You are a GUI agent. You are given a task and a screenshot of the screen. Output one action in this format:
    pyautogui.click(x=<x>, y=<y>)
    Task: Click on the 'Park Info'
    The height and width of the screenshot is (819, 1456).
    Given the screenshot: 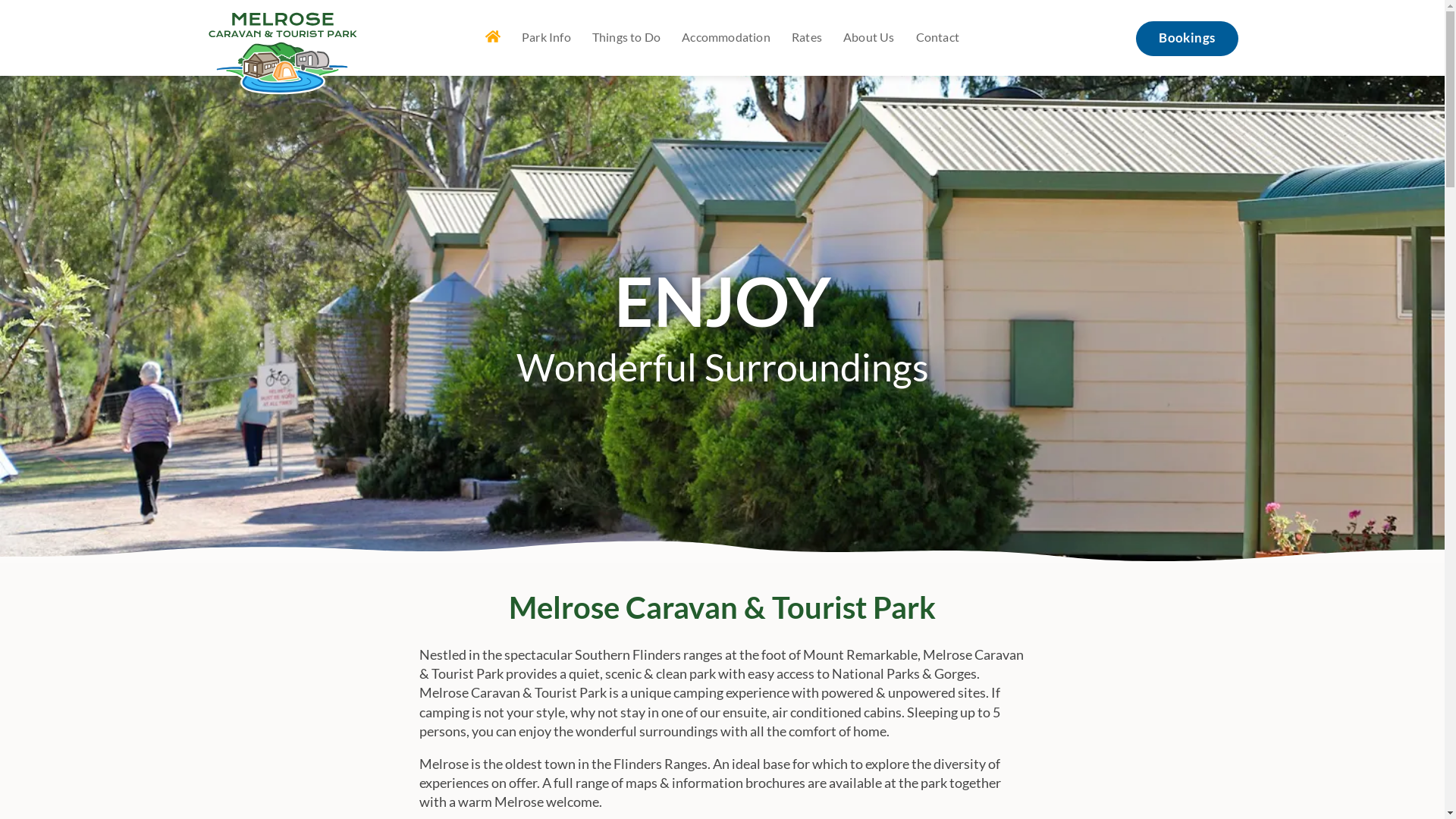 What is the action you would take?
    pyautogui.click(x=546, y=36)
    